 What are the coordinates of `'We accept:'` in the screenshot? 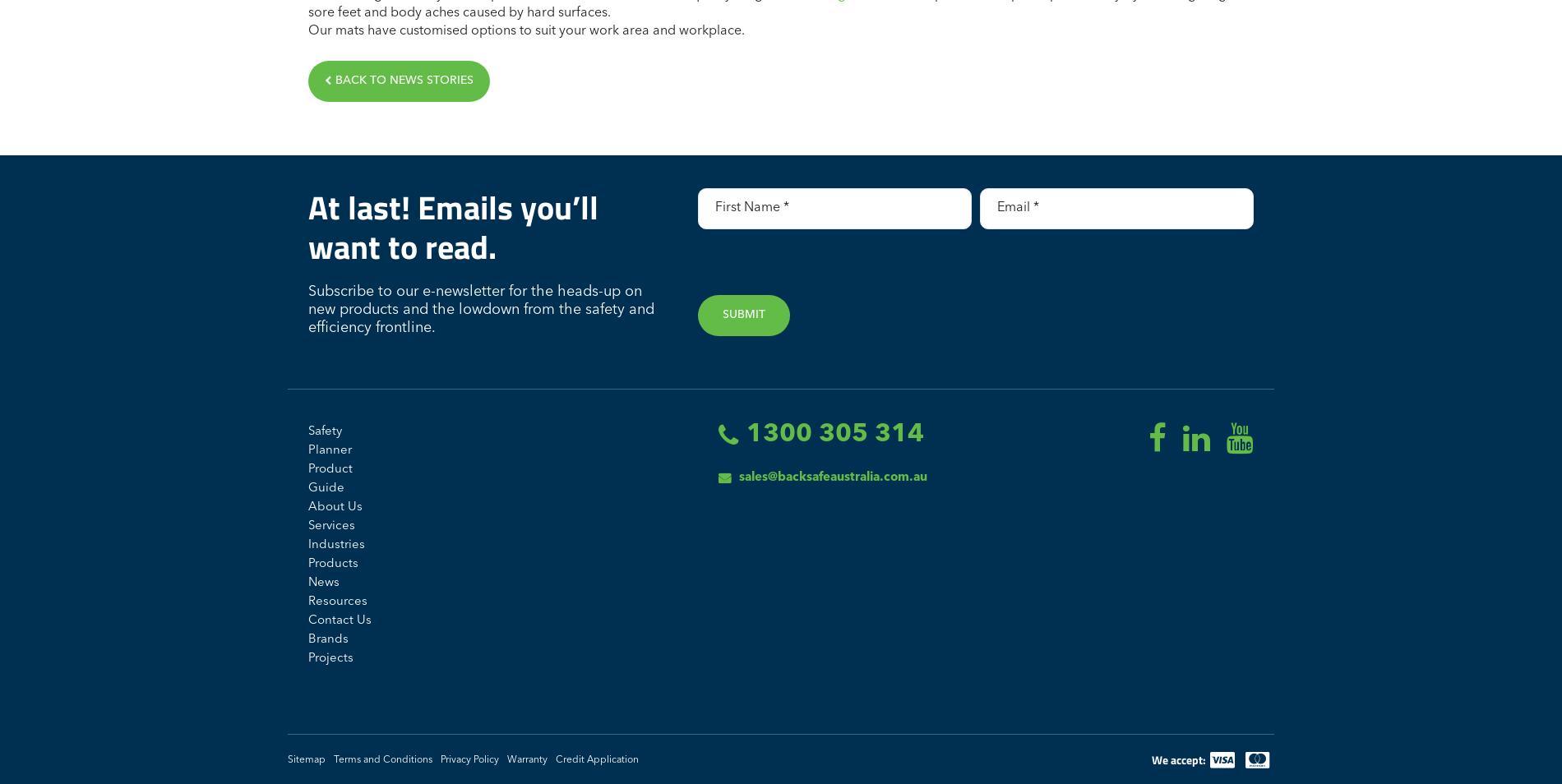 It's located at (1178, 759).